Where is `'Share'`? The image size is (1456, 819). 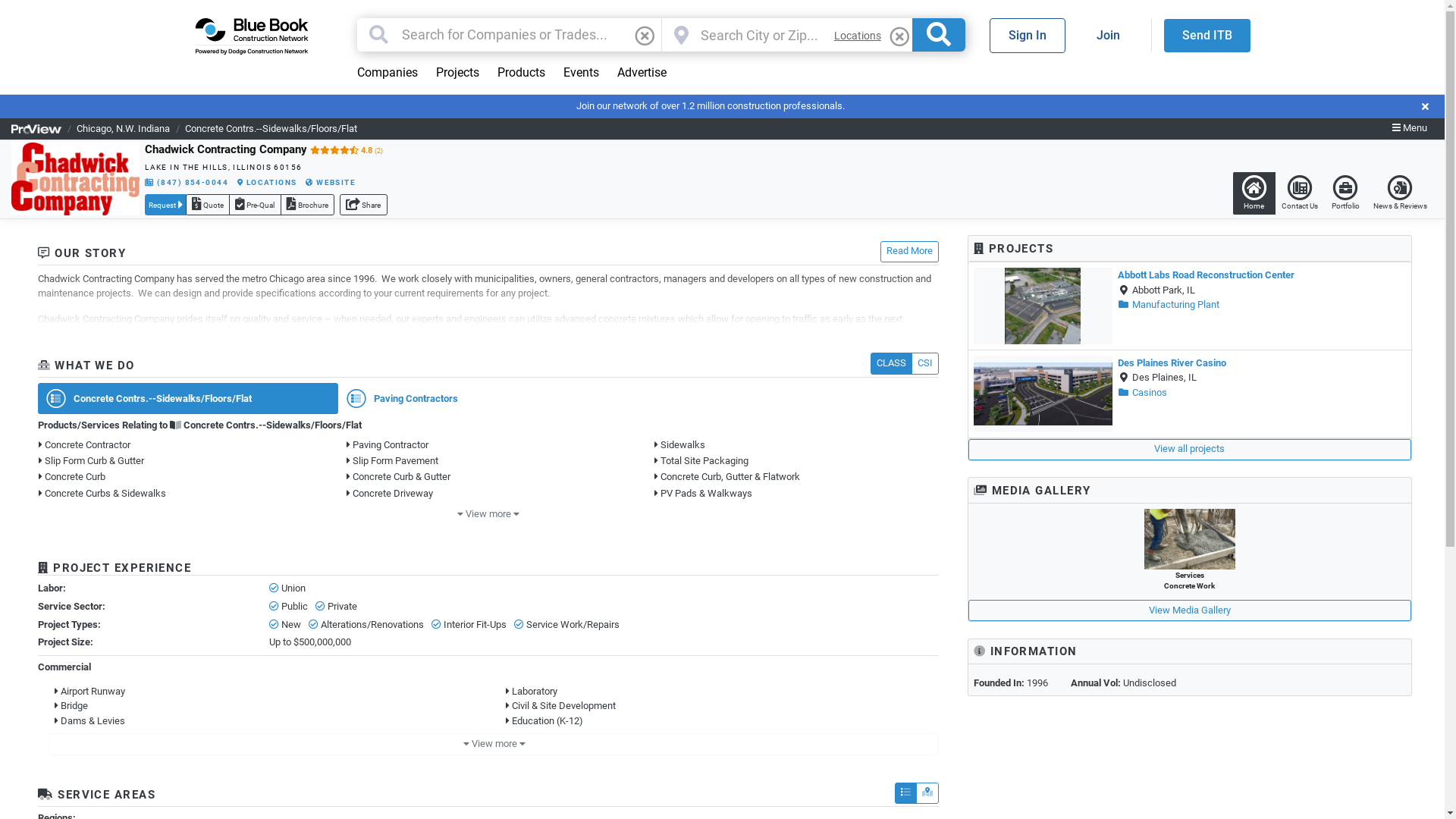
'Share' is located at coordinates (362, 205).